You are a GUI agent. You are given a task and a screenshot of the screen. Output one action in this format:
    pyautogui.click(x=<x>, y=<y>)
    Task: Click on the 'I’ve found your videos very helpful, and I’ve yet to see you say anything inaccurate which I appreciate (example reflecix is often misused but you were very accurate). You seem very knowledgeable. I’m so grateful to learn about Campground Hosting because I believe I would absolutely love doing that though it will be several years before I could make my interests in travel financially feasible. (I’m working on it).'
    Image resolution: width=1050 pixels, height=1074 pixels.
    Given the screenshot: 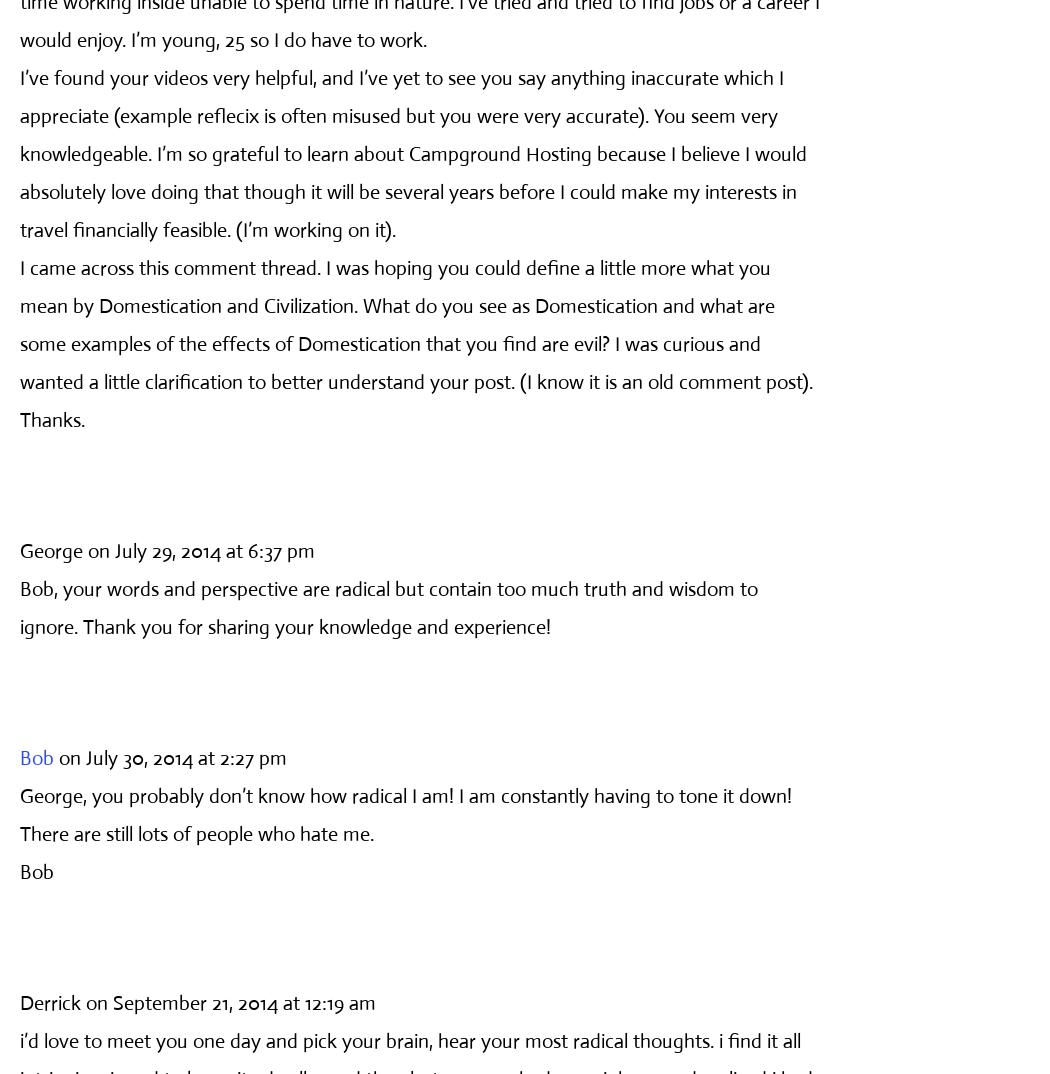 What is the action you would take?
    pyautogui.click(x=412, y=152)
    